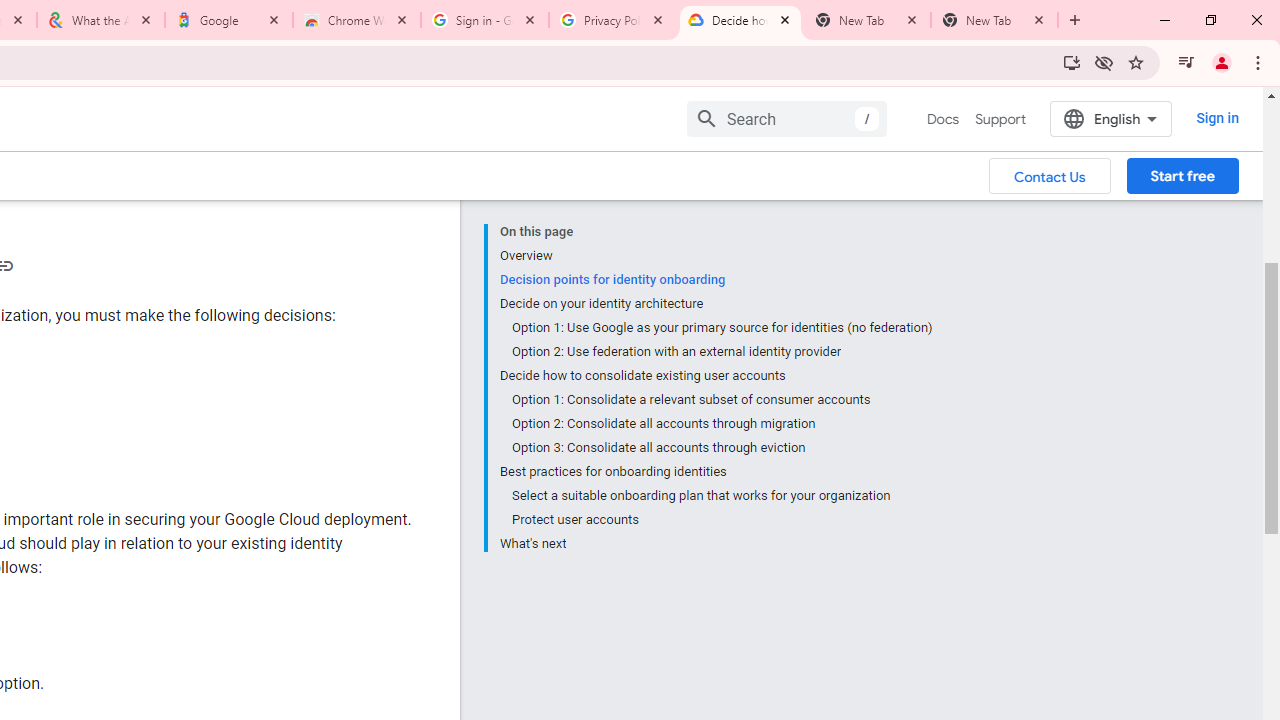 This screenshot has width=1280, height=720. Describe the element at coordinates (720, 399) in the screenshot. I see `'Option 1: Consolidate a relevant subset of consumer accounts'` at that location.